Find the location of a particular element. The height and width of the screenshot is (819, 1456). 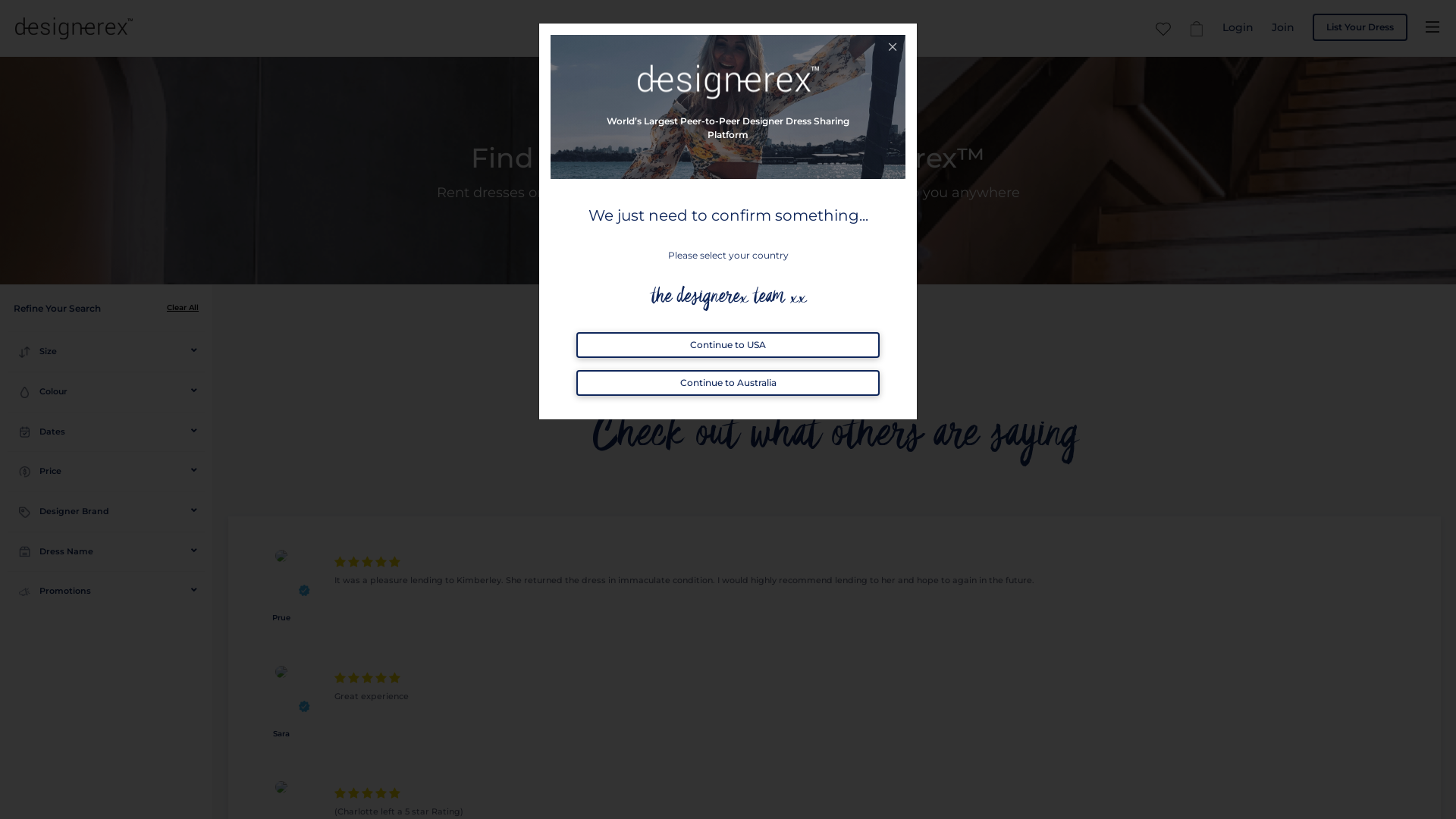

'Continue to Australia' is located at coordinates (728, 382).